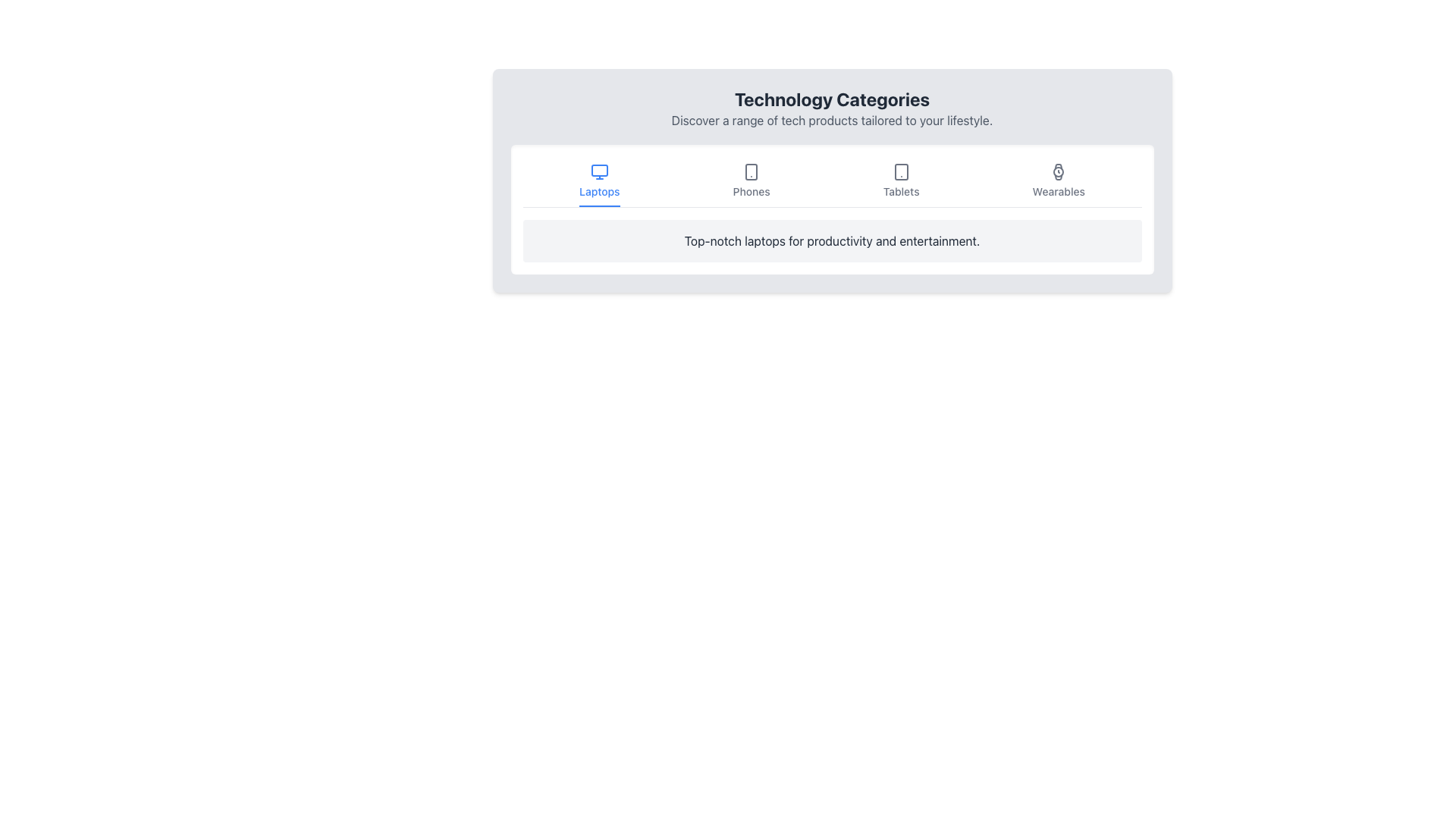 The height and width of the screenshot is (819, 1456). Describe the element at coordinates (1058, 171) in the screenshot. I see `the SVG watch icon in the 'Wearables' section of the navigation menu` at that location.